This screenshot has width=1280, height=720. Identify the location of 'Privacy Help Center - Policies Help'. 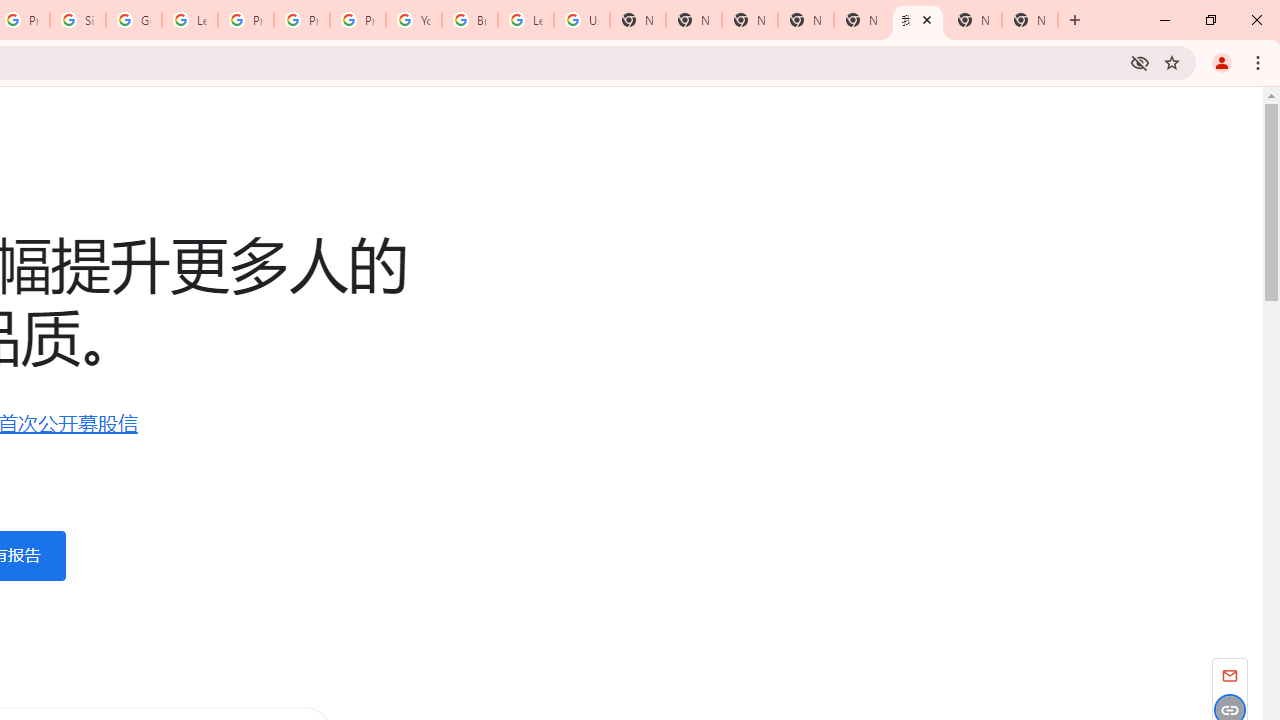
(244, 20).